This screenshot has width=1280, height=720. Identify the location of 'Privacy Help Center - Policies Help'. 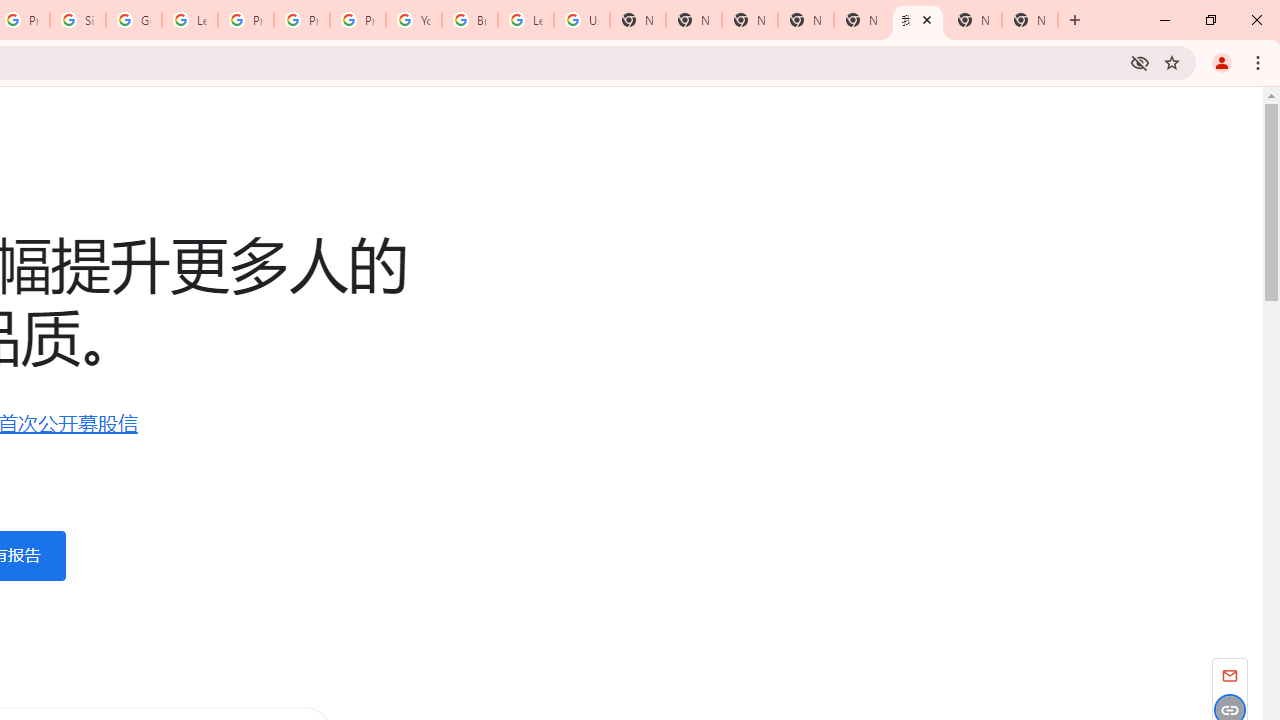
(244, 20).